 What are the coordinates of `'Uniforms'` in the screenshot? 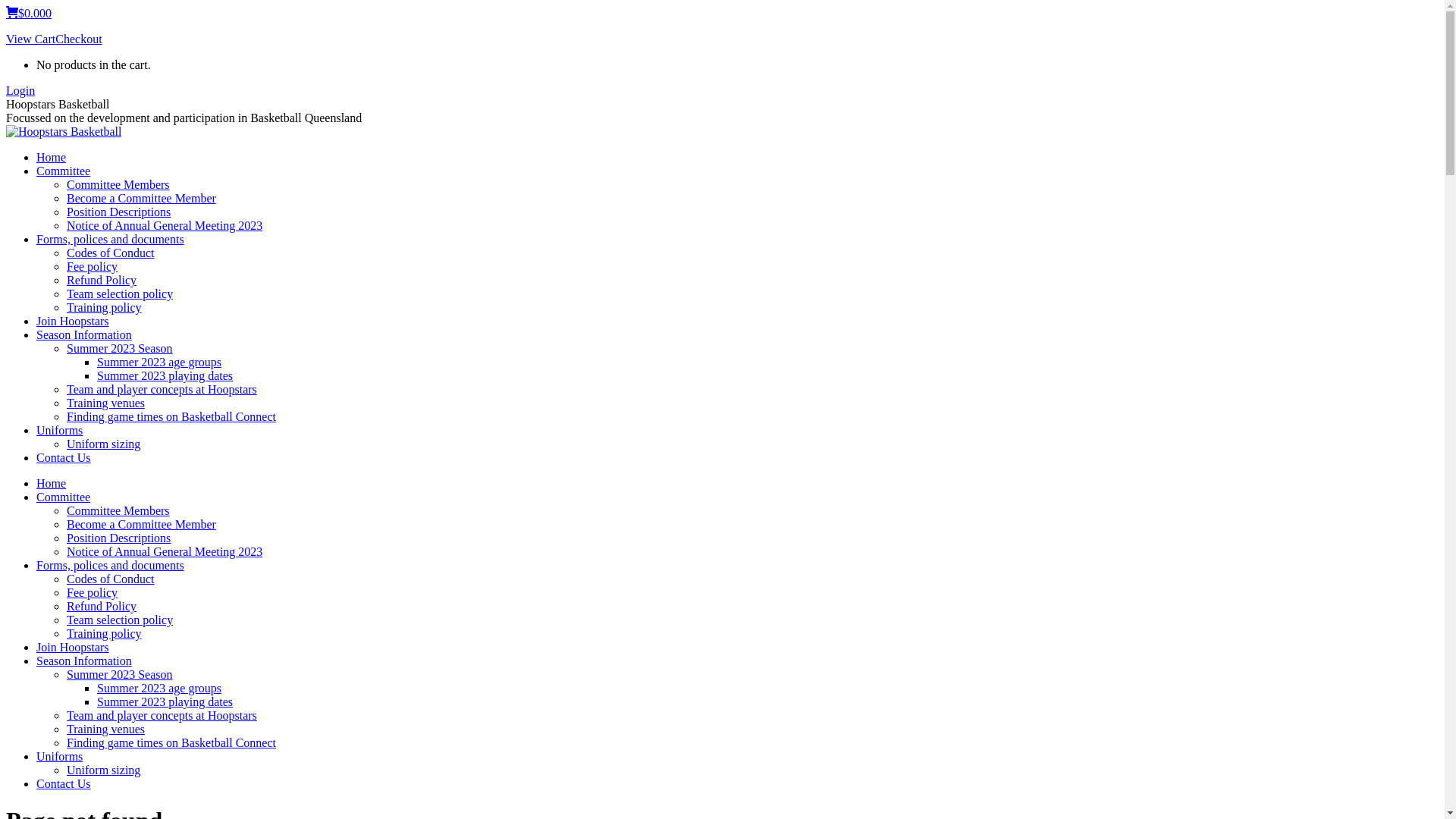 It's located at (59, 430).